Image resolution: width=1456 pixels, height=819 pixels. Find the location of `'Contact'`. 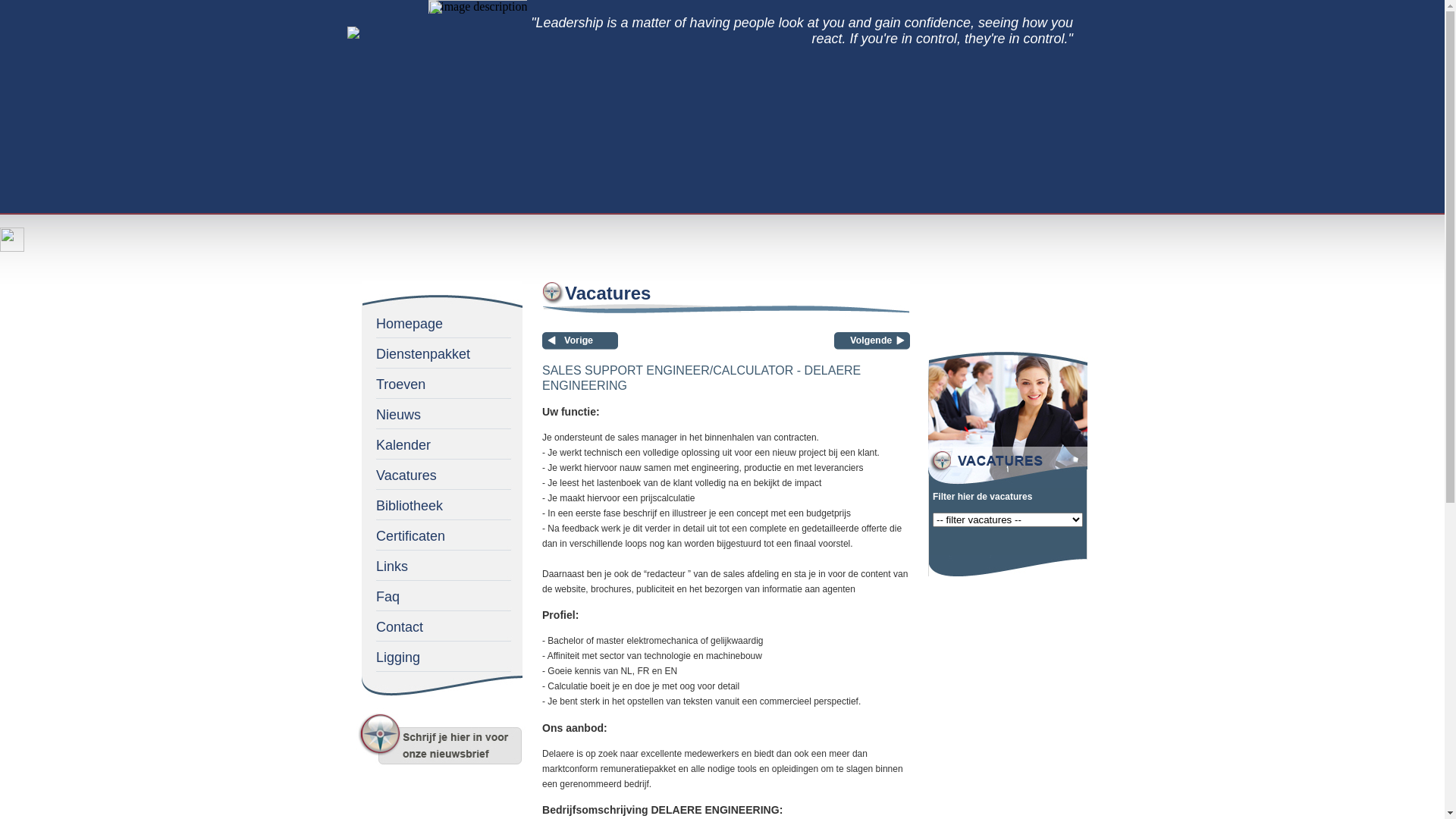

'Contact' is located at coordinates (441, 623).